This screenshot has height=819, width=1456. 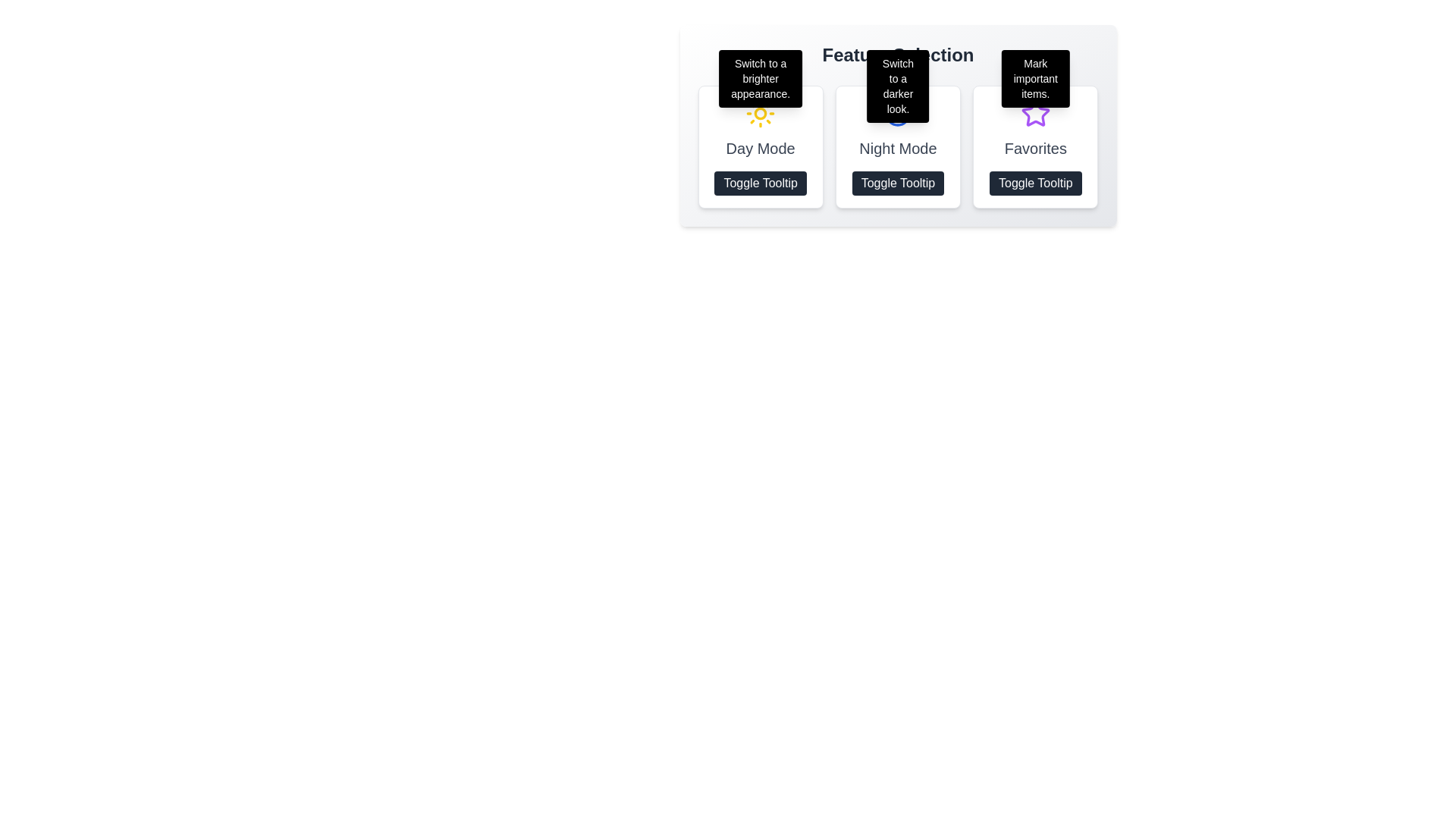 I want to click on the purple outlined star icon with a white fill located under the 'Favorites' label to mark it as favorite, so click(x=1034, y=112).